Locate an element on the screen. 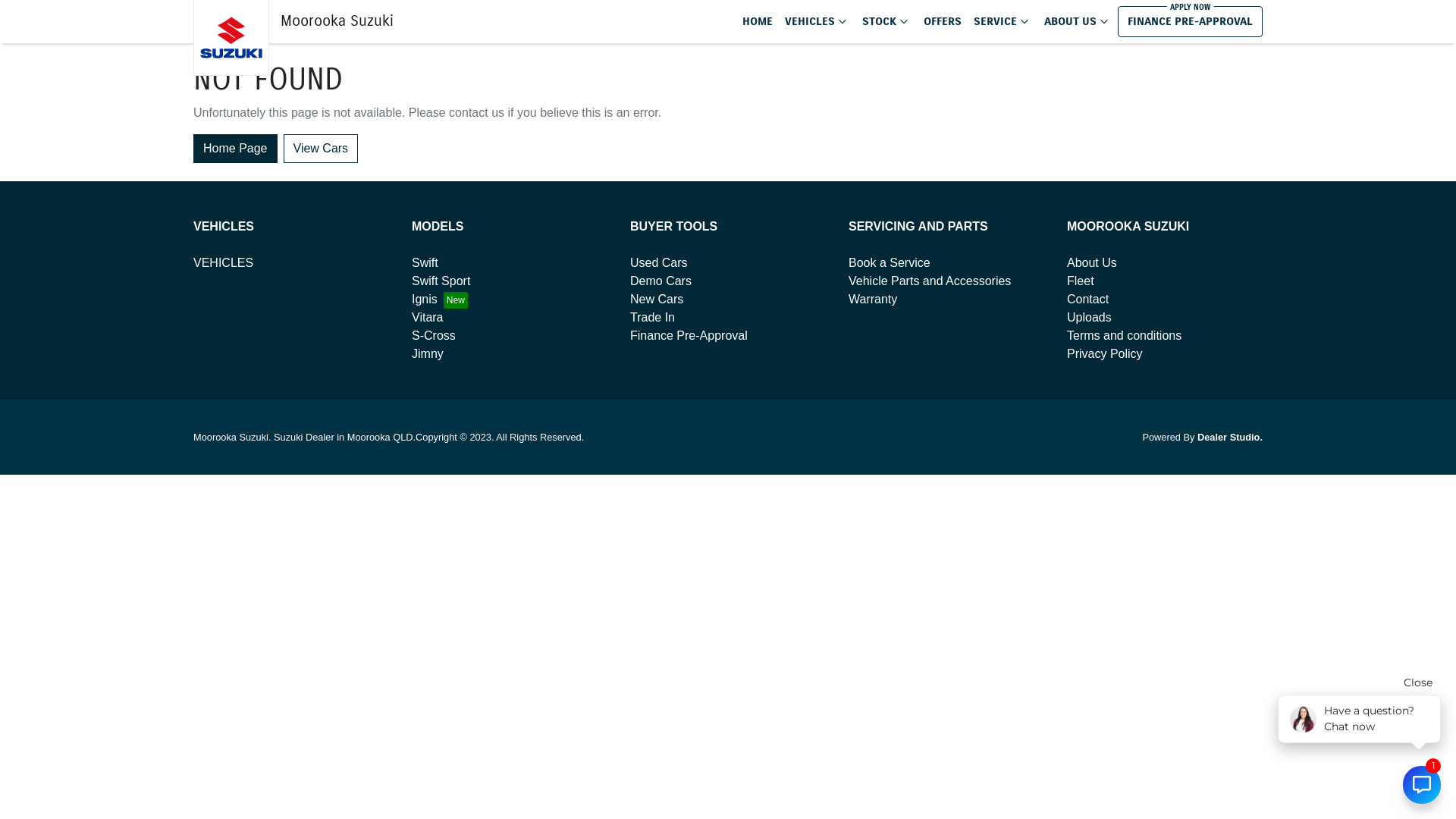 This screenshot has height=819, width=1456. 'Jimny' is located at coordinates (427, 353).